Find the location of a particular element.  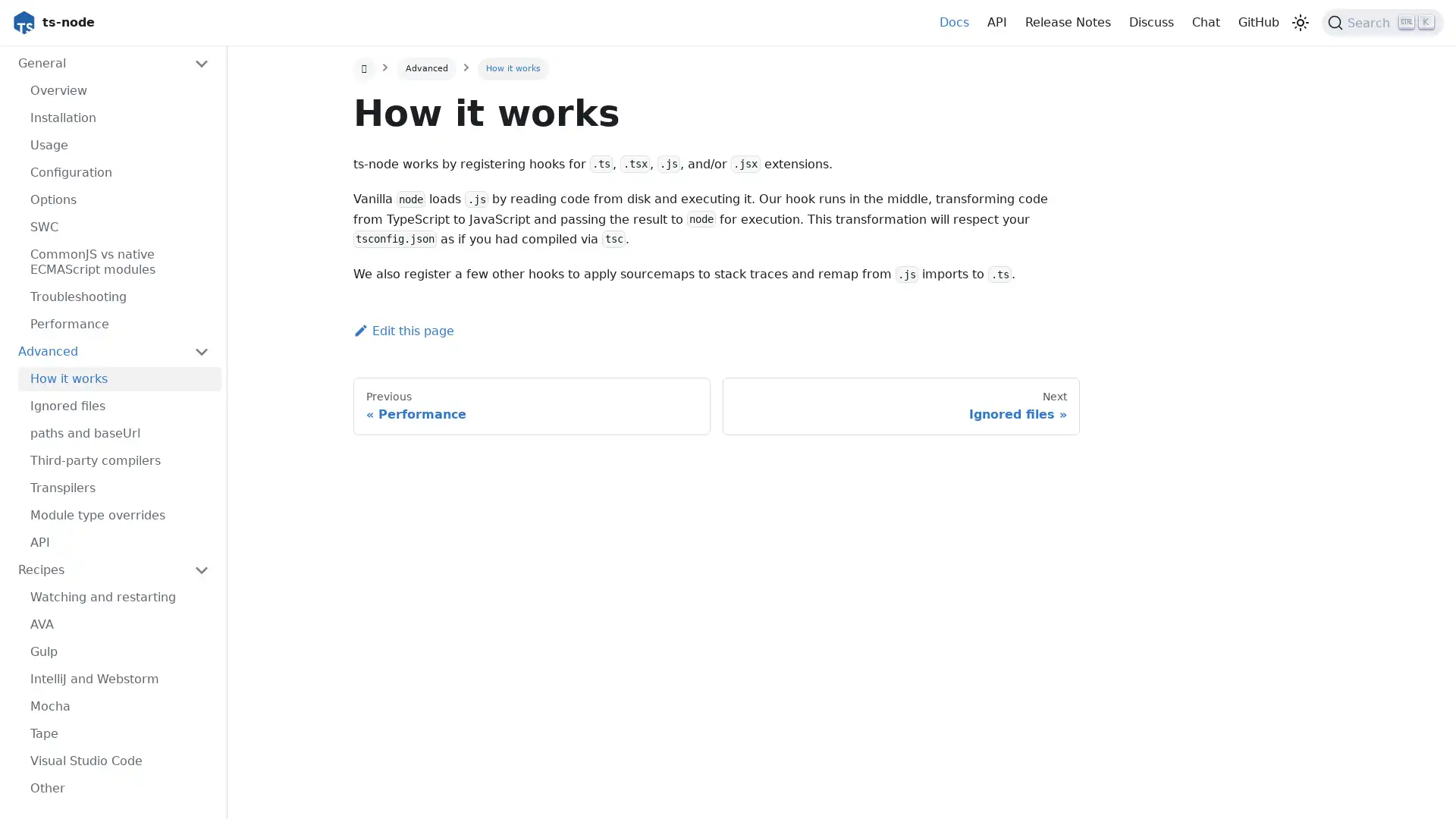

Search is located at coordinates (1382, 23).